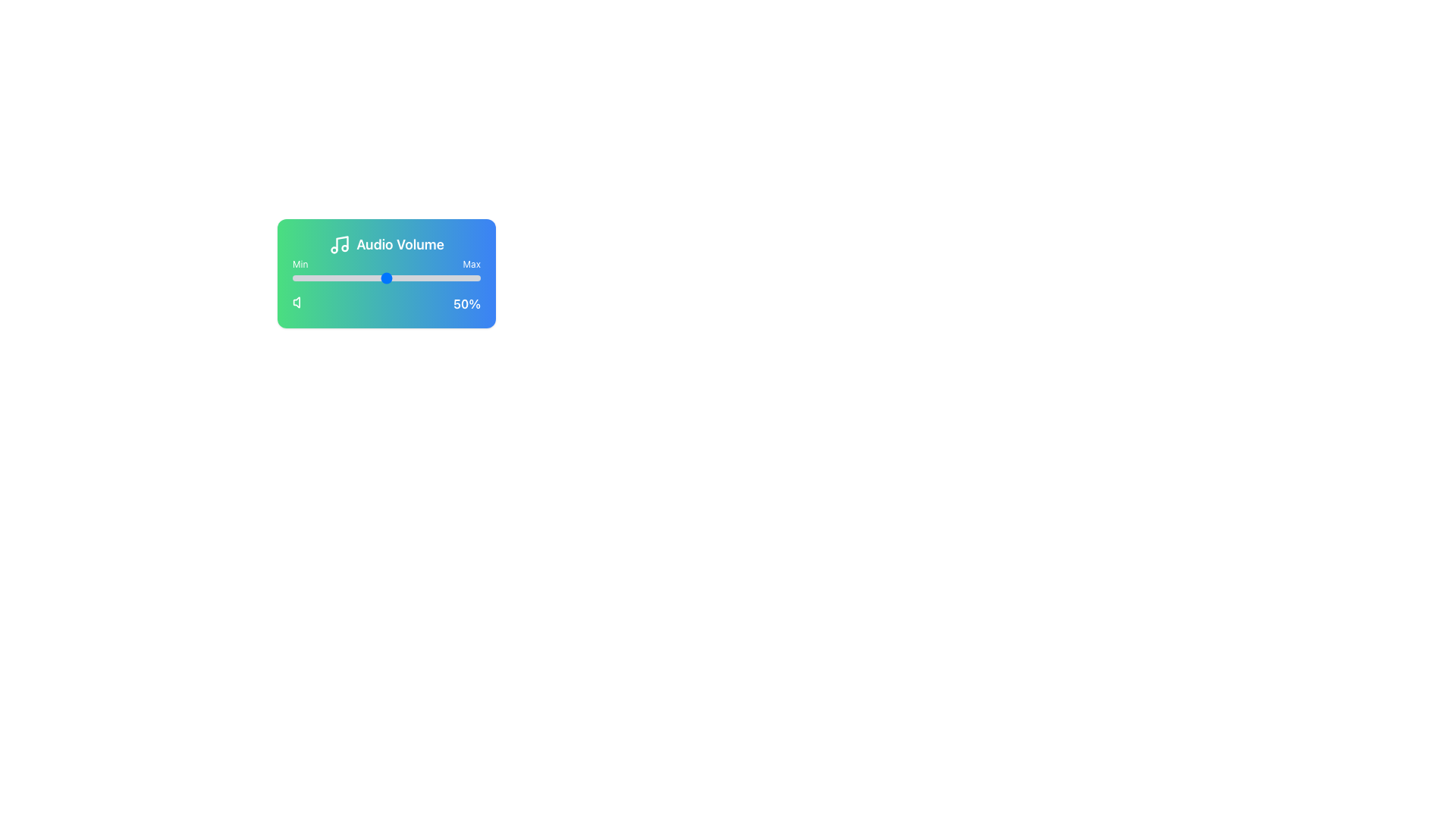 The image size is (1456, 819). What do you see at coordinates (478, 278) in the screenshot?
I see `the volume` at bounding box center [478, 278].